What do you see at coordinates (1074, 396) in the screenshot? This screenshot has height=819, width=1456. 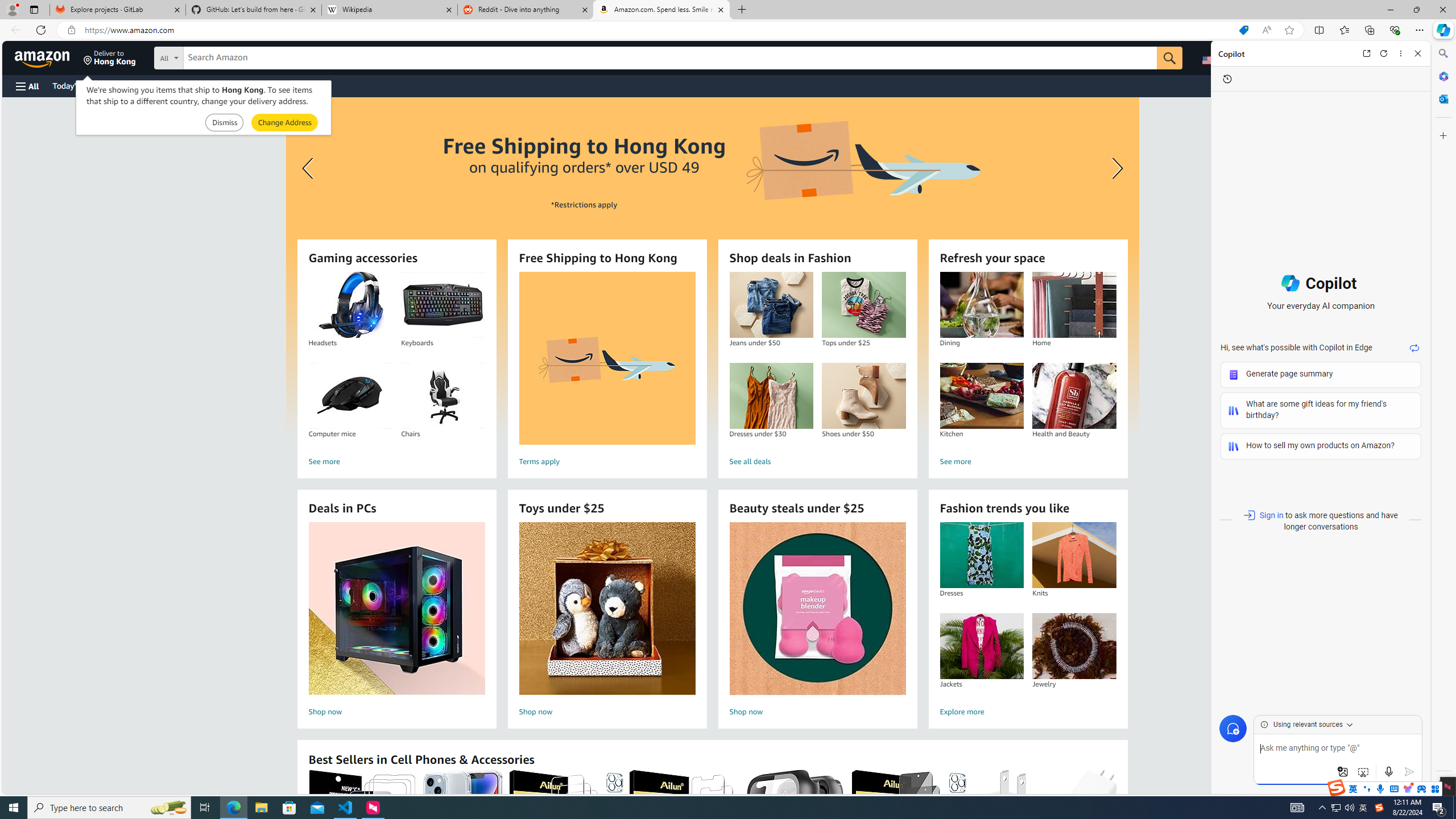 I see `'Health and Beauty'` at bounding box center [1074, 396].